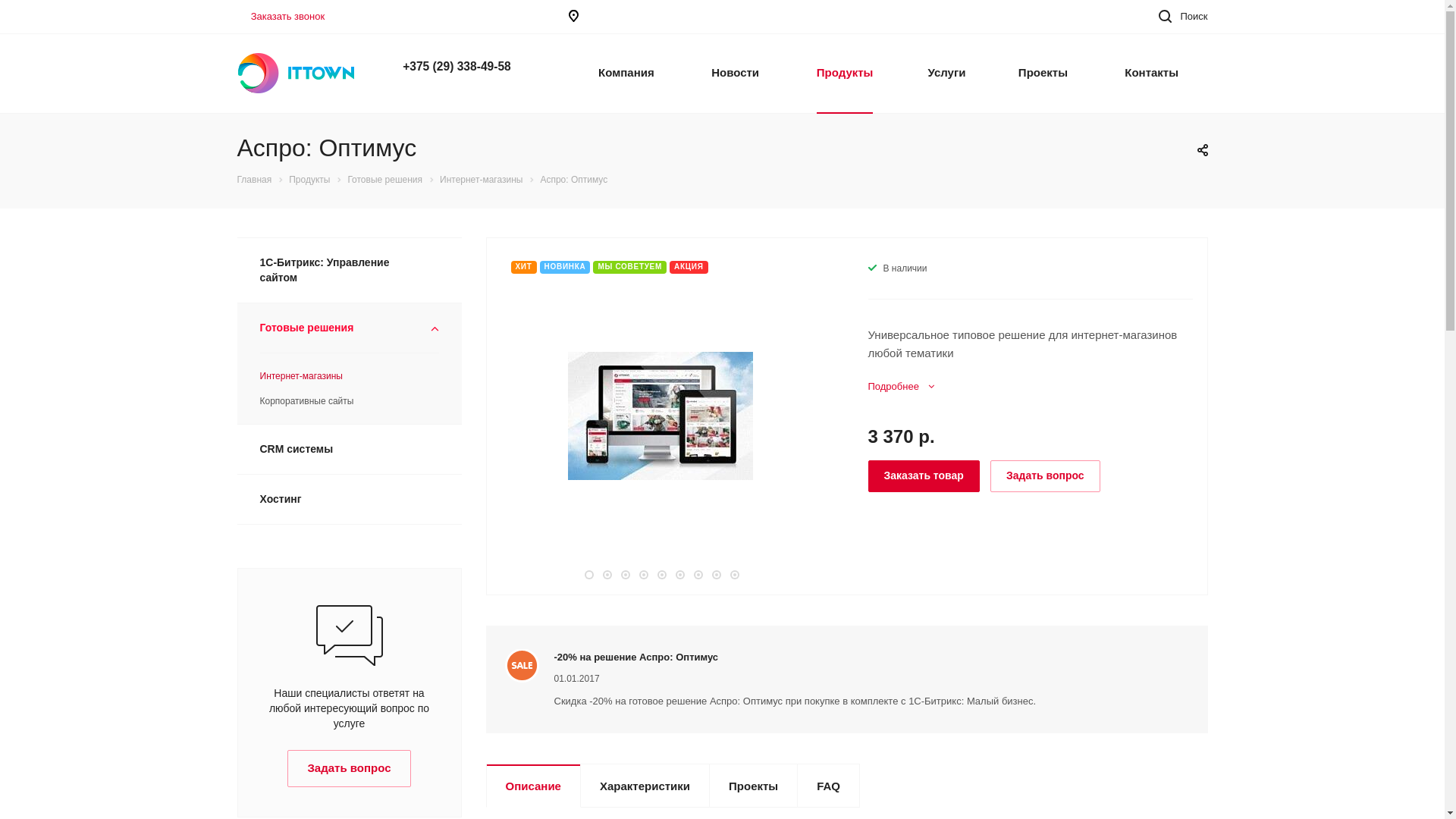 The height and width of the screenshot is (819, 1456). I want to click on '7', so click(697, 575).